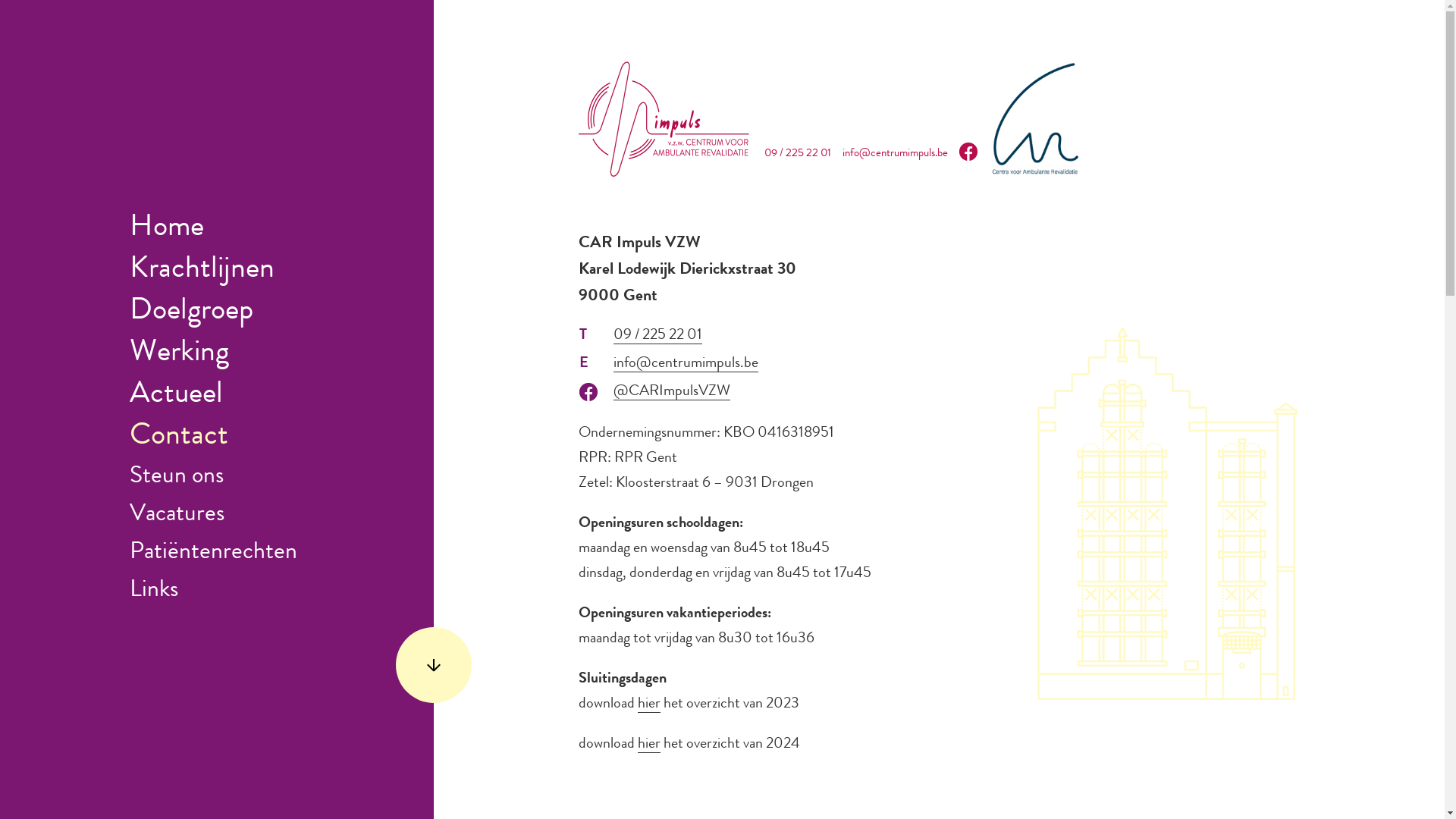 This screenshot has height=819, width=1456. I want to click on 'Links', so click(153, 590).